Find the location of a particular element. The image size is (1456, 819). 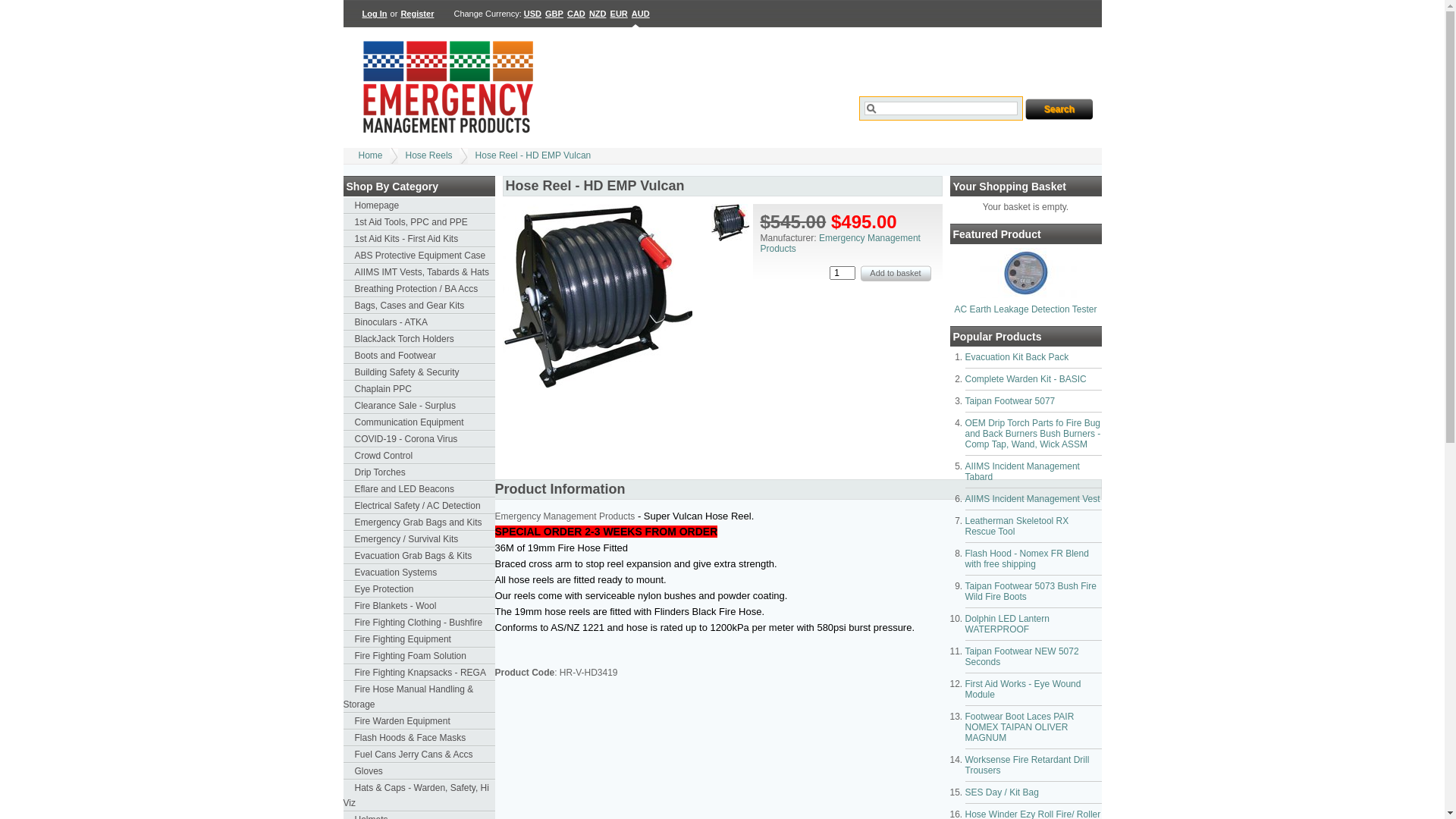

'Complete Warden Kit - BASIC' is located at coordinates (1025, 378).